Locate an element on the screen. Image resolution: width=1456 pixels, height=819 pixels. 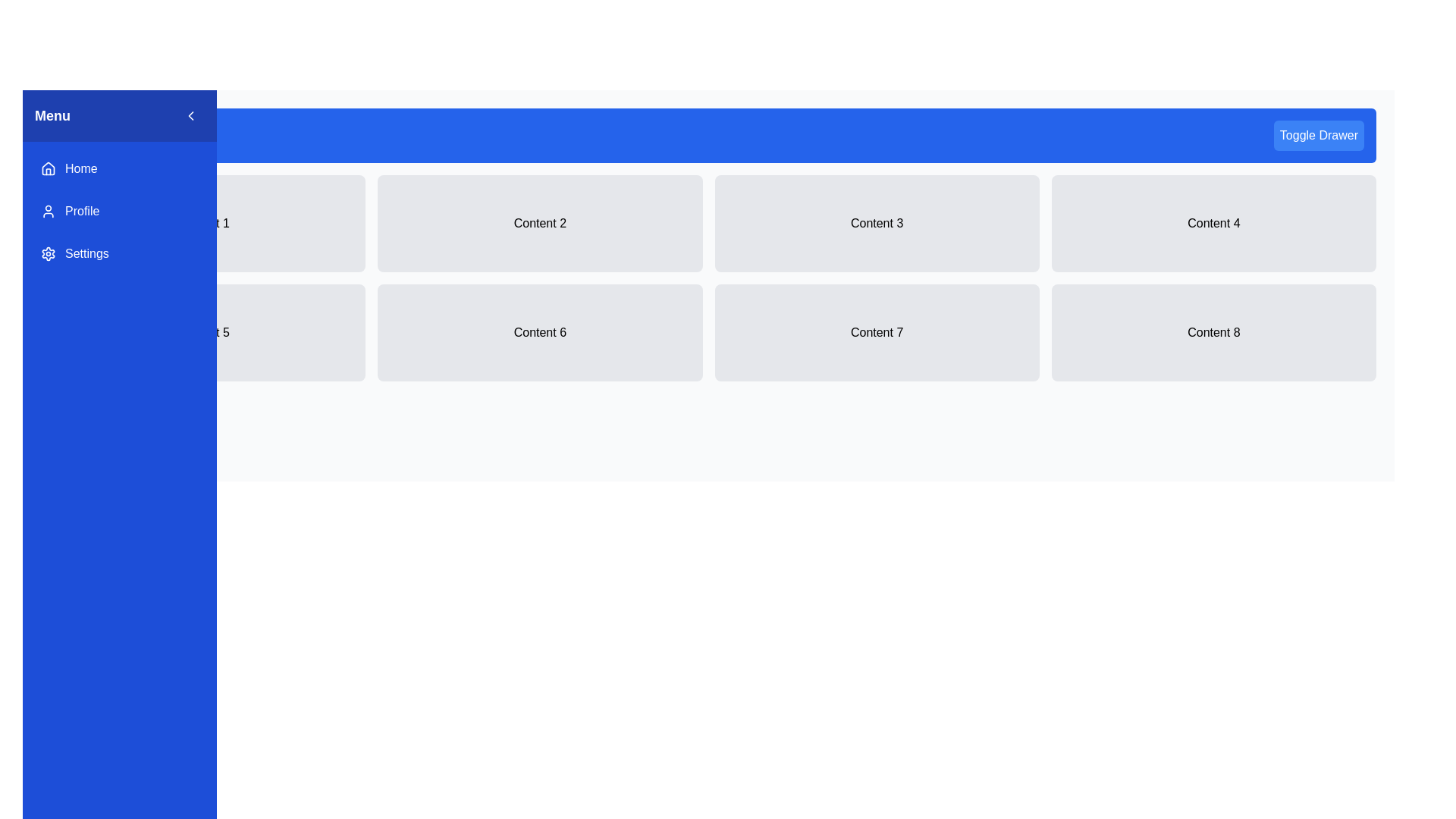
the graphical details of the house icon in the left sidebar menu, which is styled in blue and white and represents the home or main page is located at coordinates (48, 168).